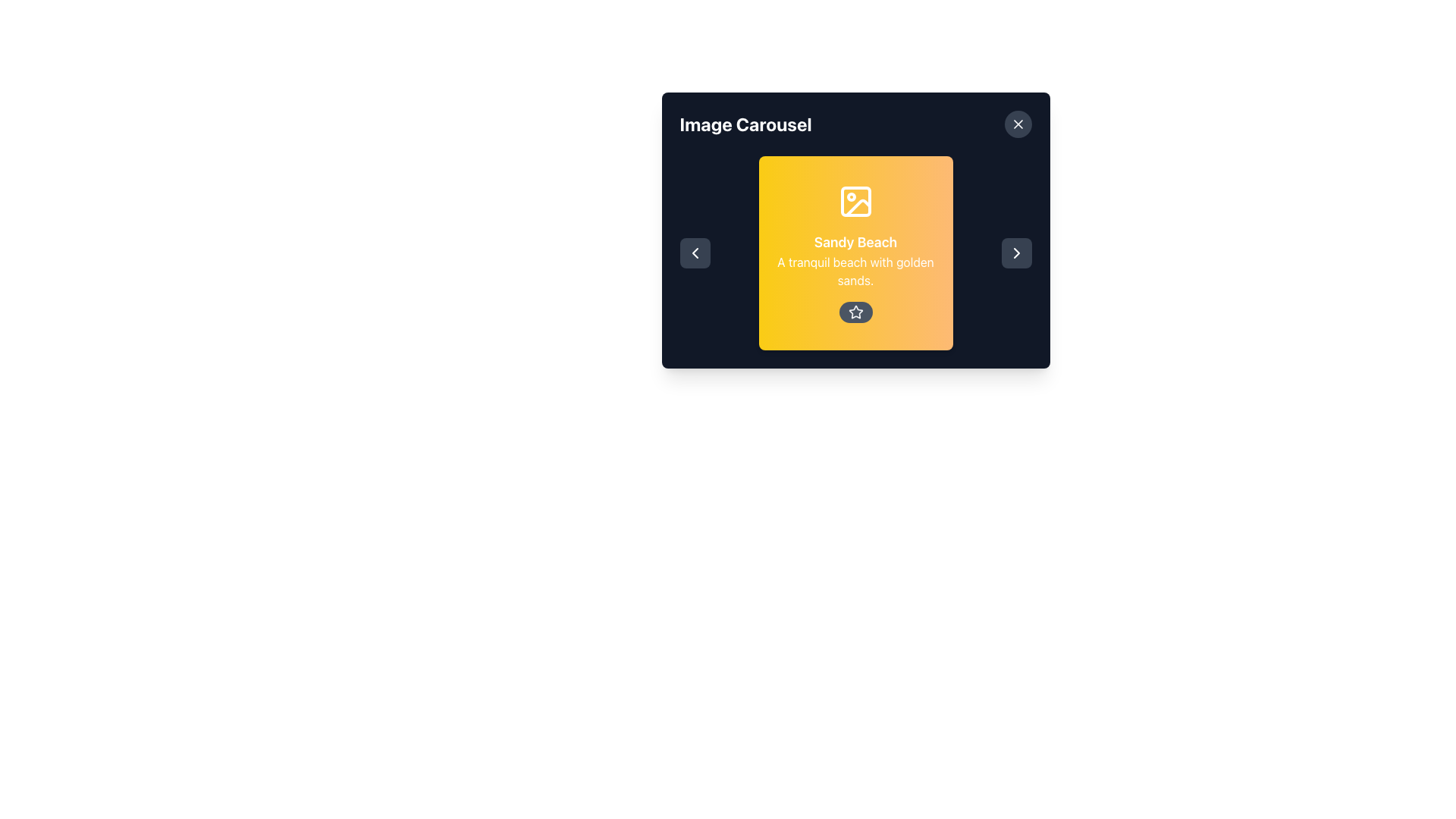 Image resolution: width=1456 pixels, height=819 pixels. What do you see at coordinates (1016, 253) in the screenshot?
I see `the navigation button located to the right of the carousel content display area` at bounding box center [1016, 253].